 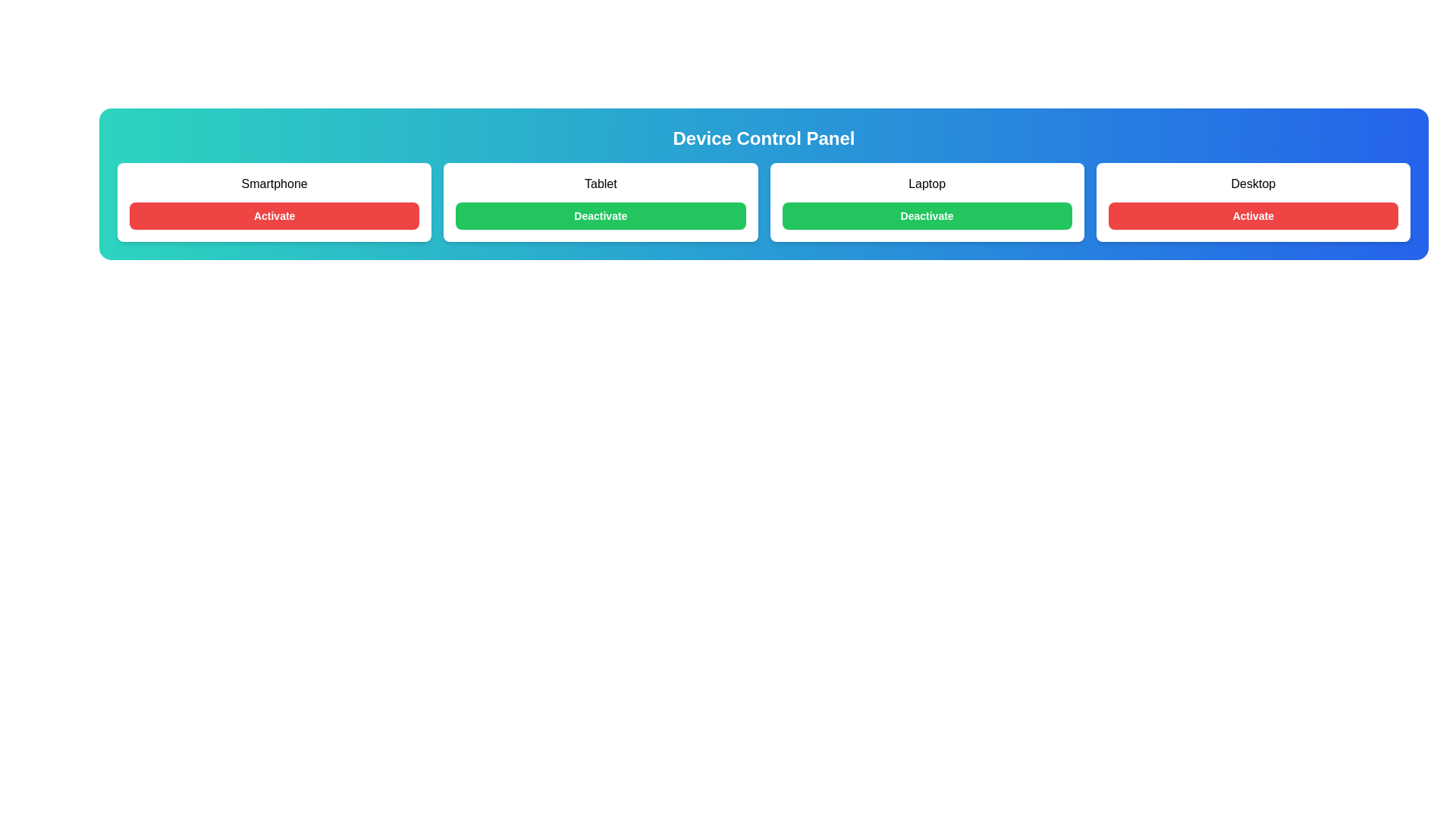 I want to click on the button for Smartphone to observe the hover effect, so click(x=274, y=216).